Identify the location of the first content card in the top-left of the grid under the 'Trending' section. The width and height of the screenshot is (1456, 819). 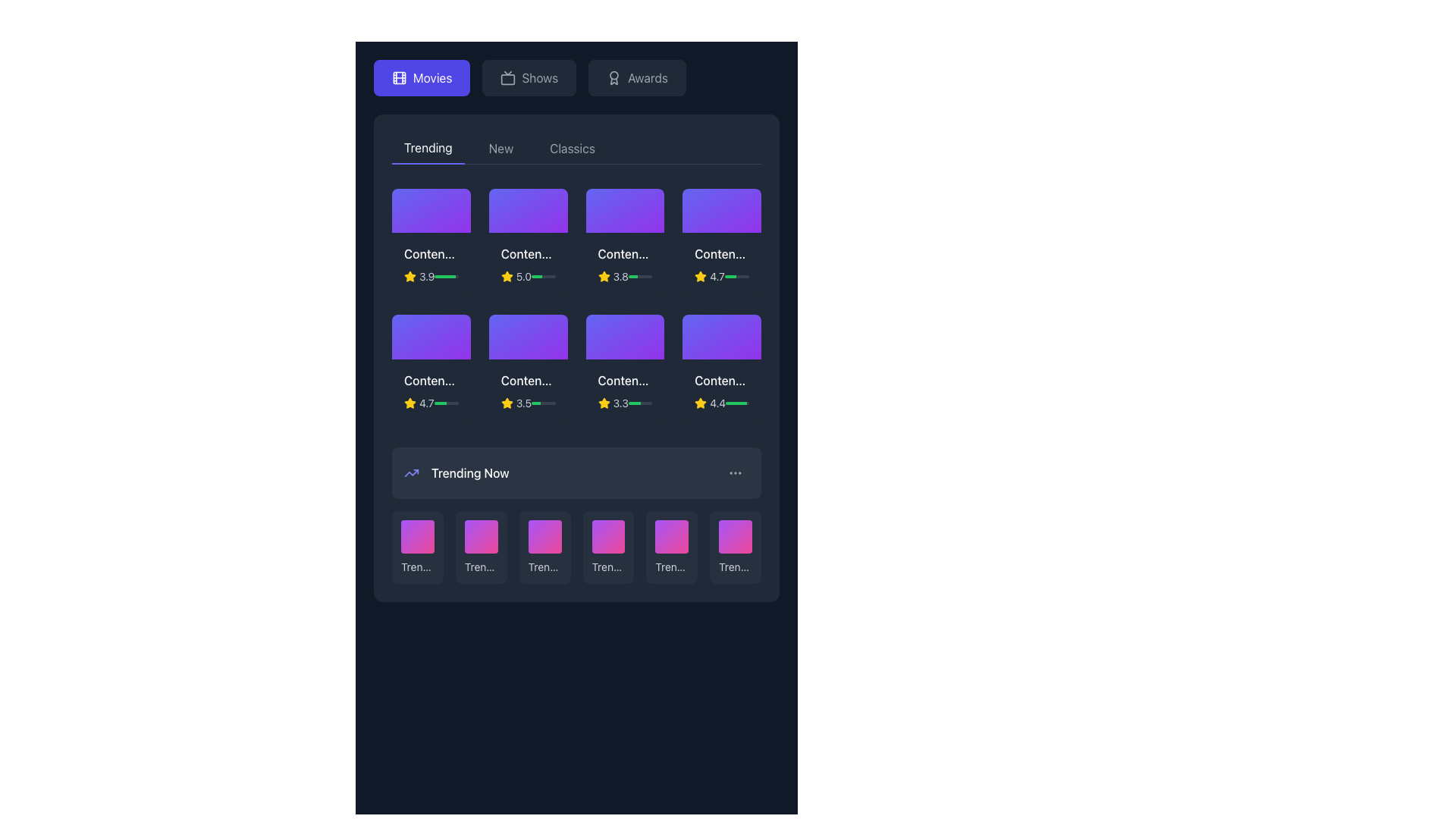
(430, 264).